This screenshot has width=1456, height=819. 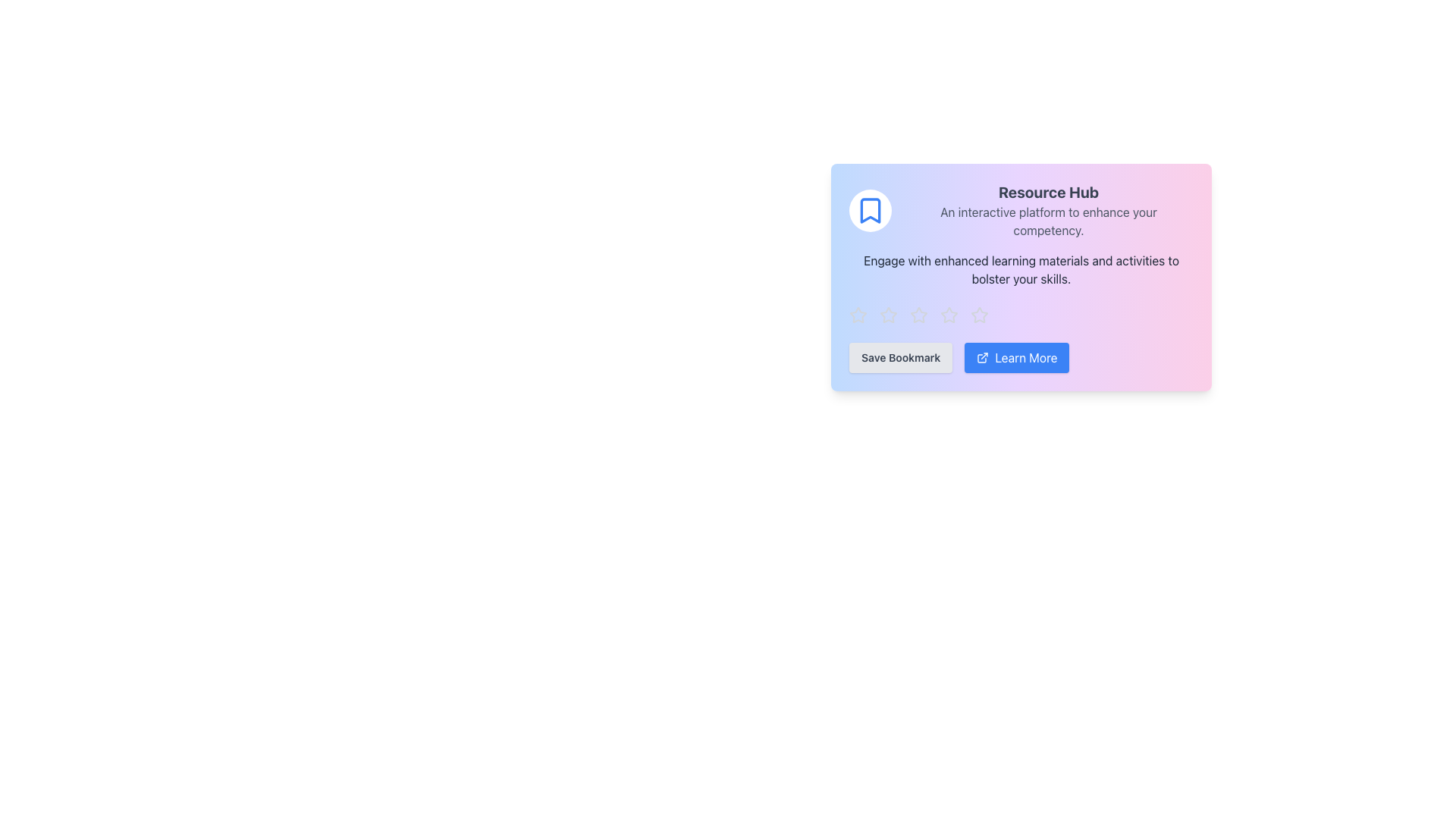 I want to click on the Text Display element titled 'Resource Hub' which provides a description 'An interactive platform to enhance your competency.', so click(x=1047, y=210).